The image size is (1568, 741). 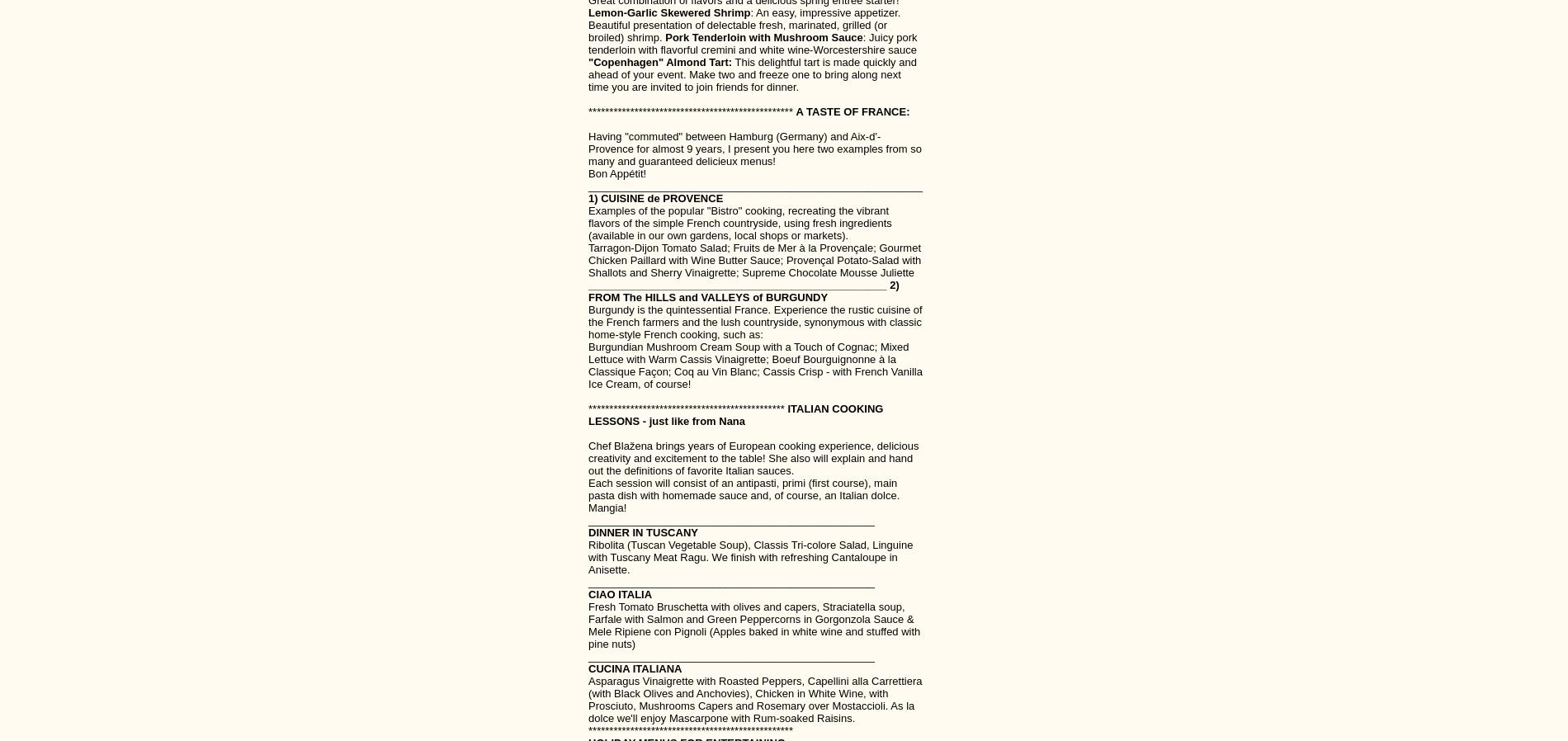 What do you see at coordinates (754, 179) in the screenshot?
I see `'Bon Appétit!
________________________________________________________'` at bounding box center [754, 179].